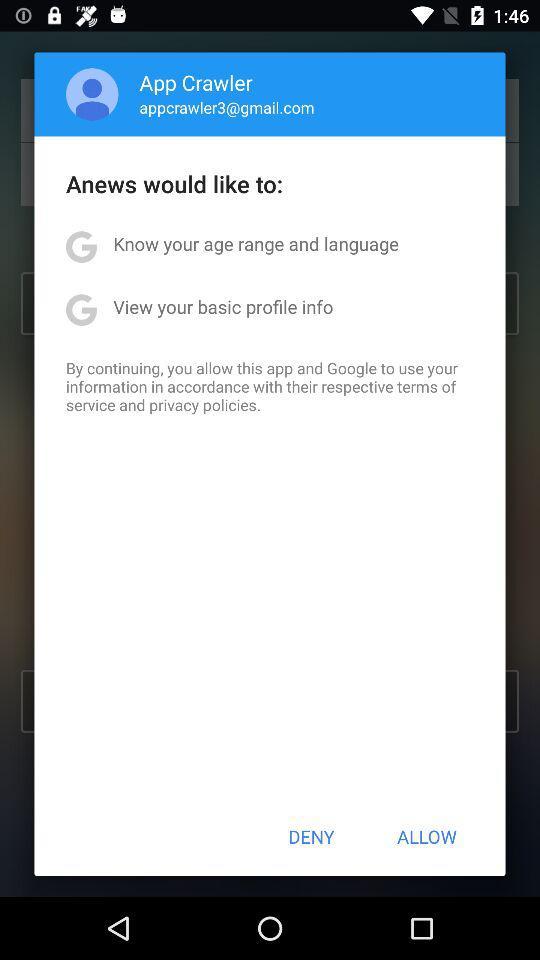  What do you see at coordinates (256, 242) in the screenshot?
I see `icon above the view your basic` at bounding box center [256, 242].